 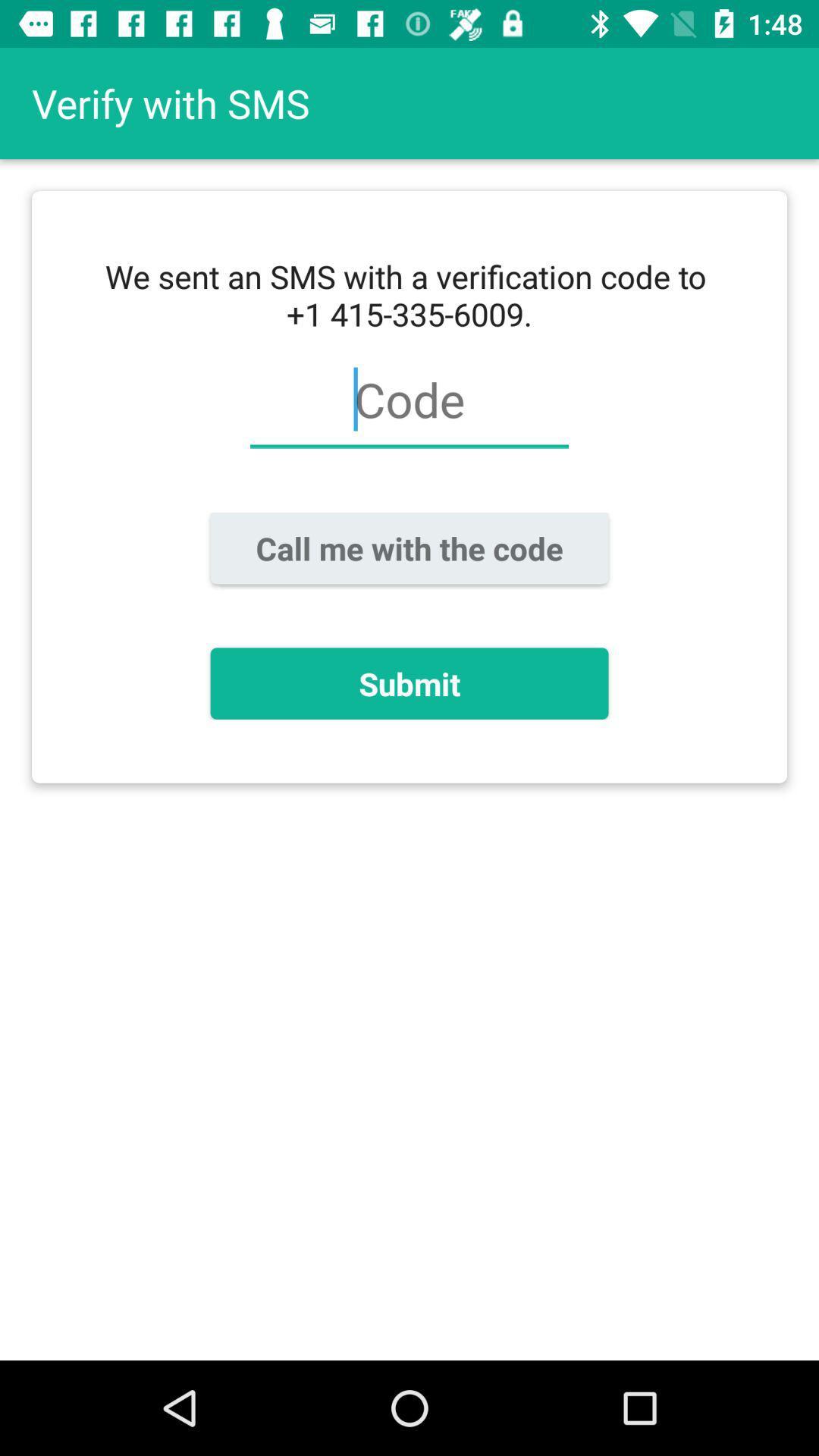 What do you see at coordinates (409, 408) in the screenshot?
I see `icon below we sent an icon` at bounding box center [409, 408].